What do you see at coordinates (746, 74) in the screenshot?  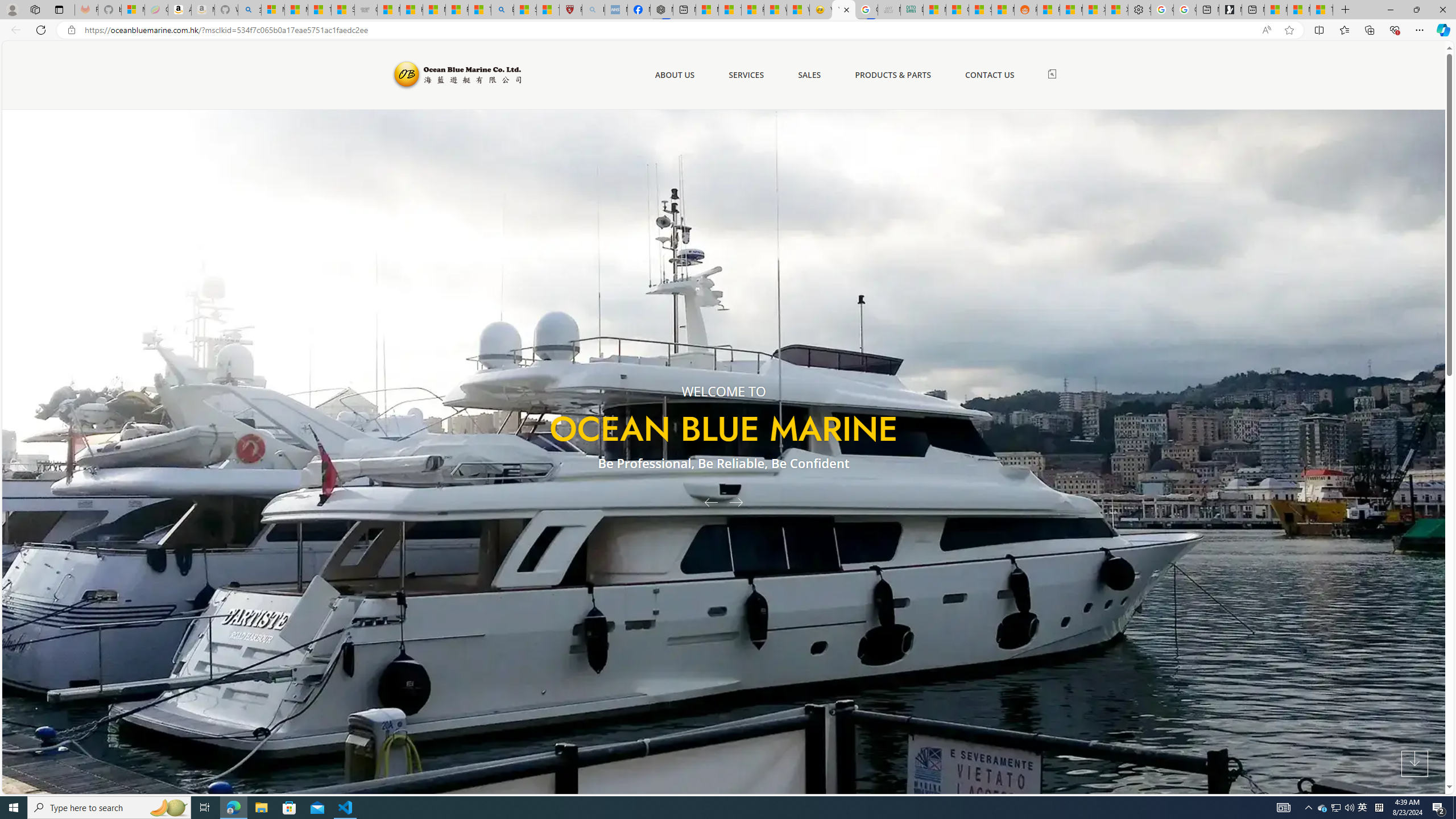 I see `'SERVICES'` at bounding box center [746, 74].